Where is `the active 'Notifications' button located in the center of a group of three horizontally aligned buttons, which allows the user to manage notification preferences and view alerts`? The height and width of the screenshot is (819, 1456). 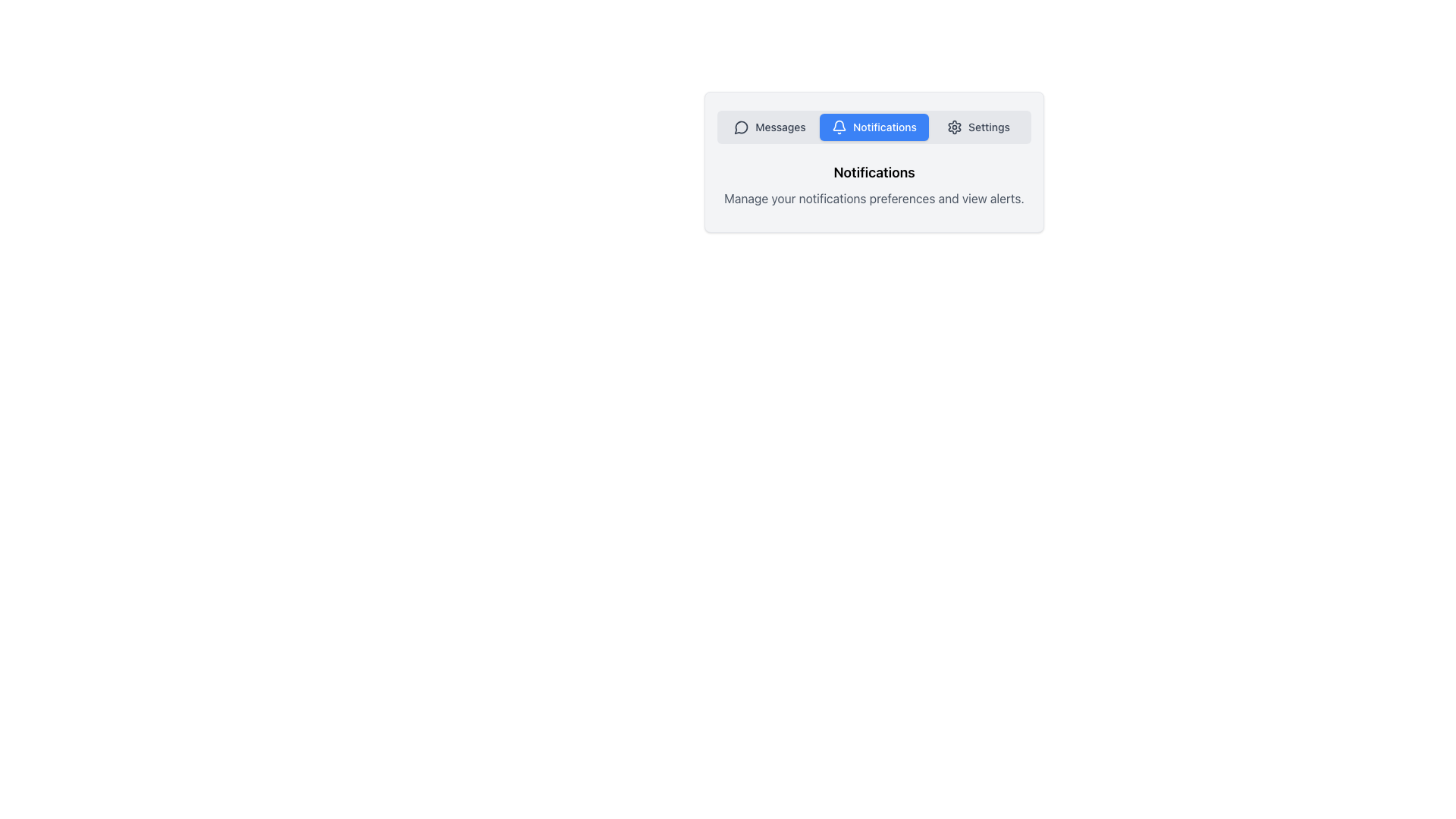 the active 'Notifications' button located in the center of a group of three horizontally aligned buttons, which allows the user to manage notification preferences and view alerts is located at coordinates (874, 127).